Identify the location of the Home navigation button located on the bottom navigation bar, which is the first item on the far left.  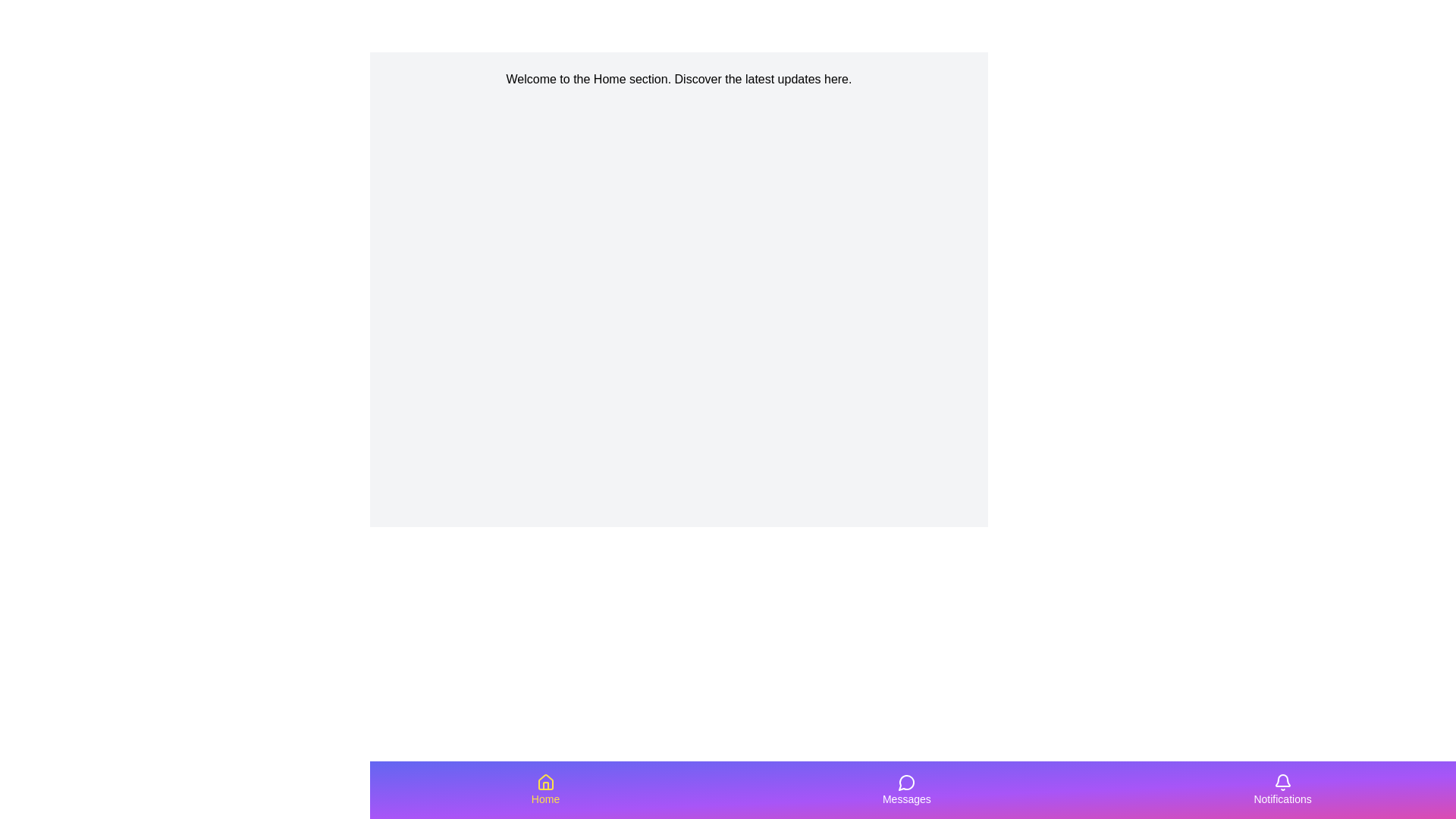
(545, 789).